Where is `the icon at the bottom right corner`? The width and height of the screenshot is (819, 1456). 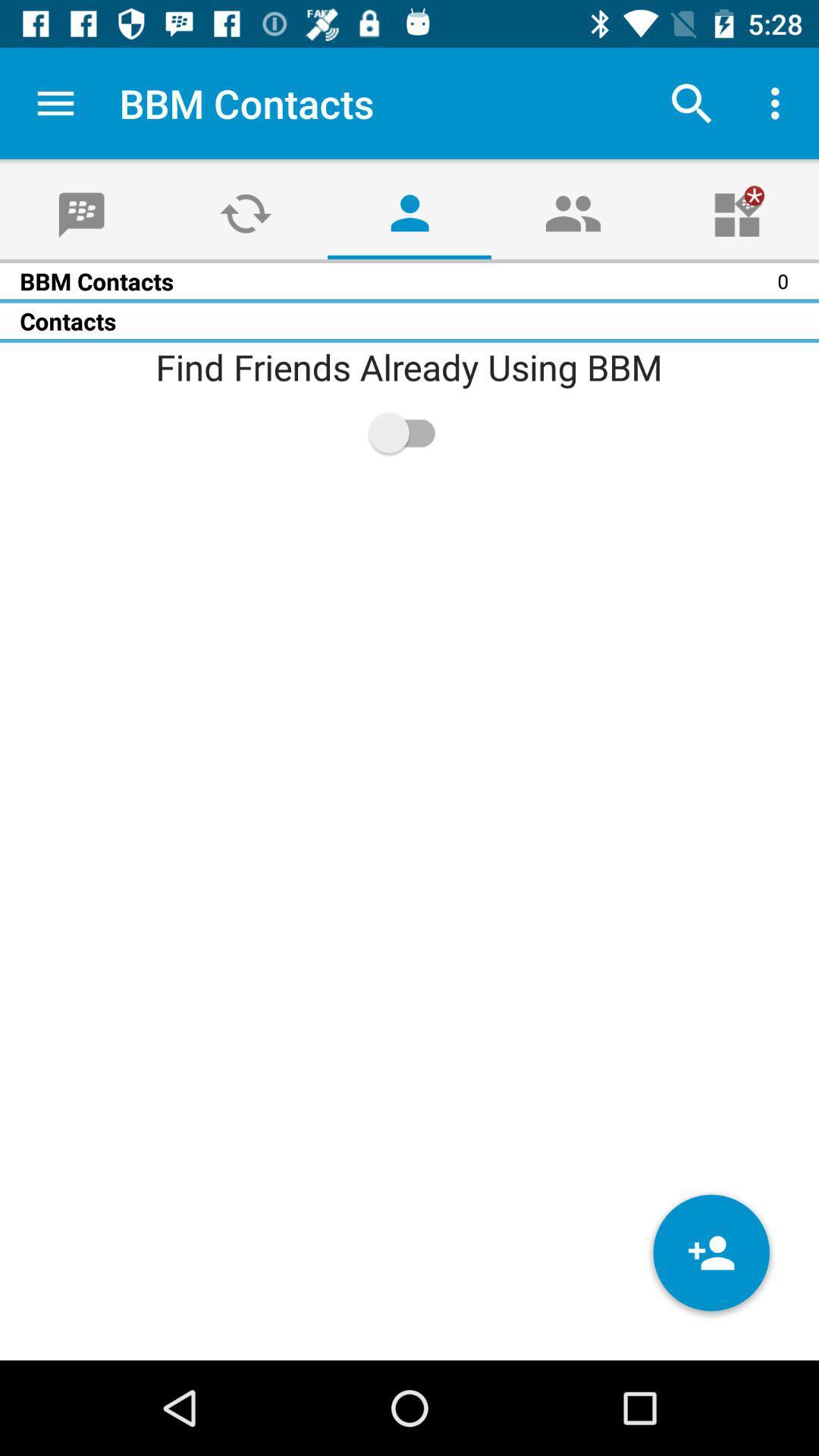 the icon at the bottom right corner is located at coordinates (711, 1253).